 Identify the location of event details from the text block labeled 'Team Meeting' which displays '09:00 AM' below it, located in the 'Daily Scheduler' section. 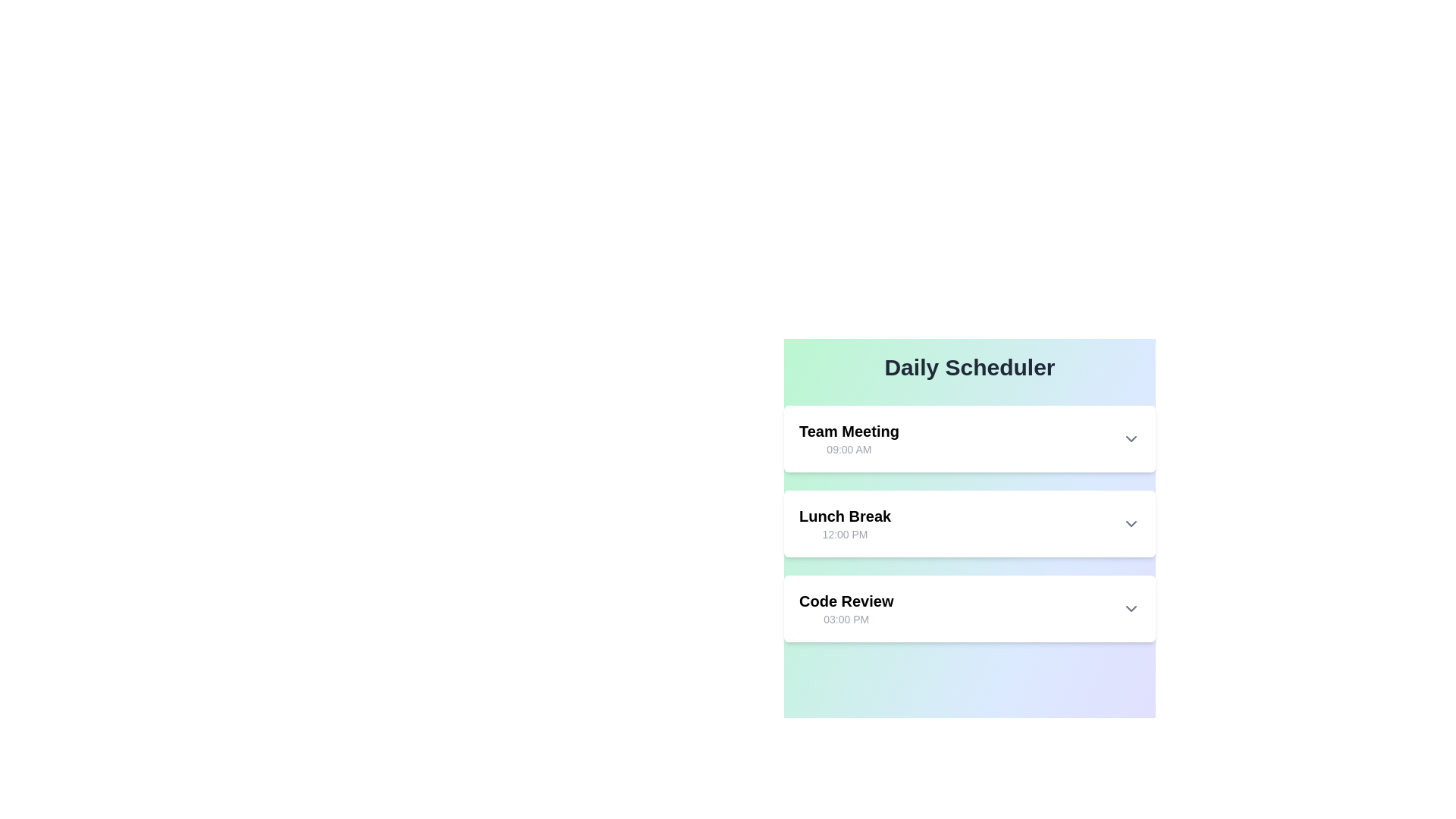
(848, 438).